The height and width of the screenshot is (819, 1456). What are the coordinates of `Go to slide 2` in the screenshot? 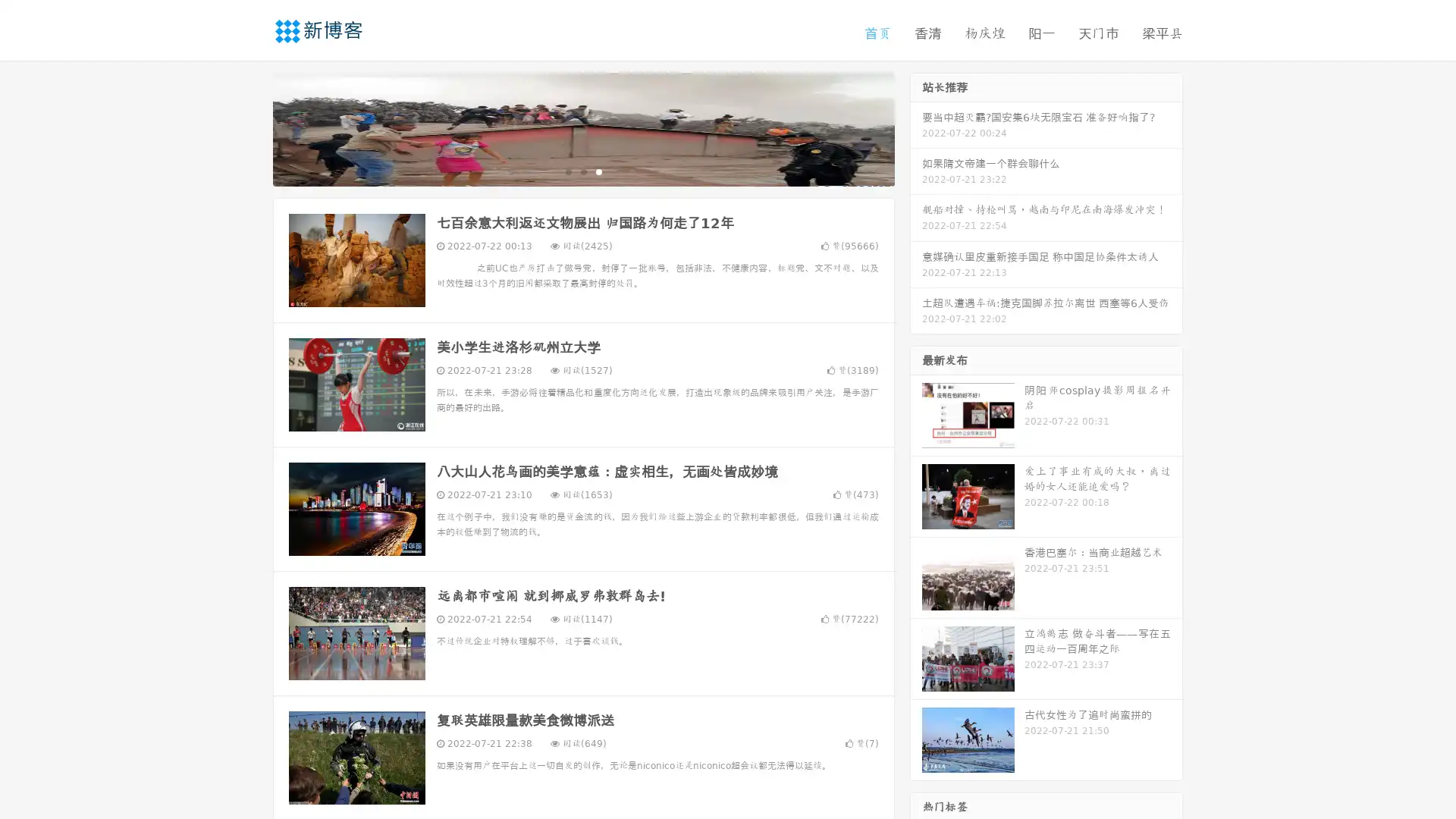 It's located at (582, 171).